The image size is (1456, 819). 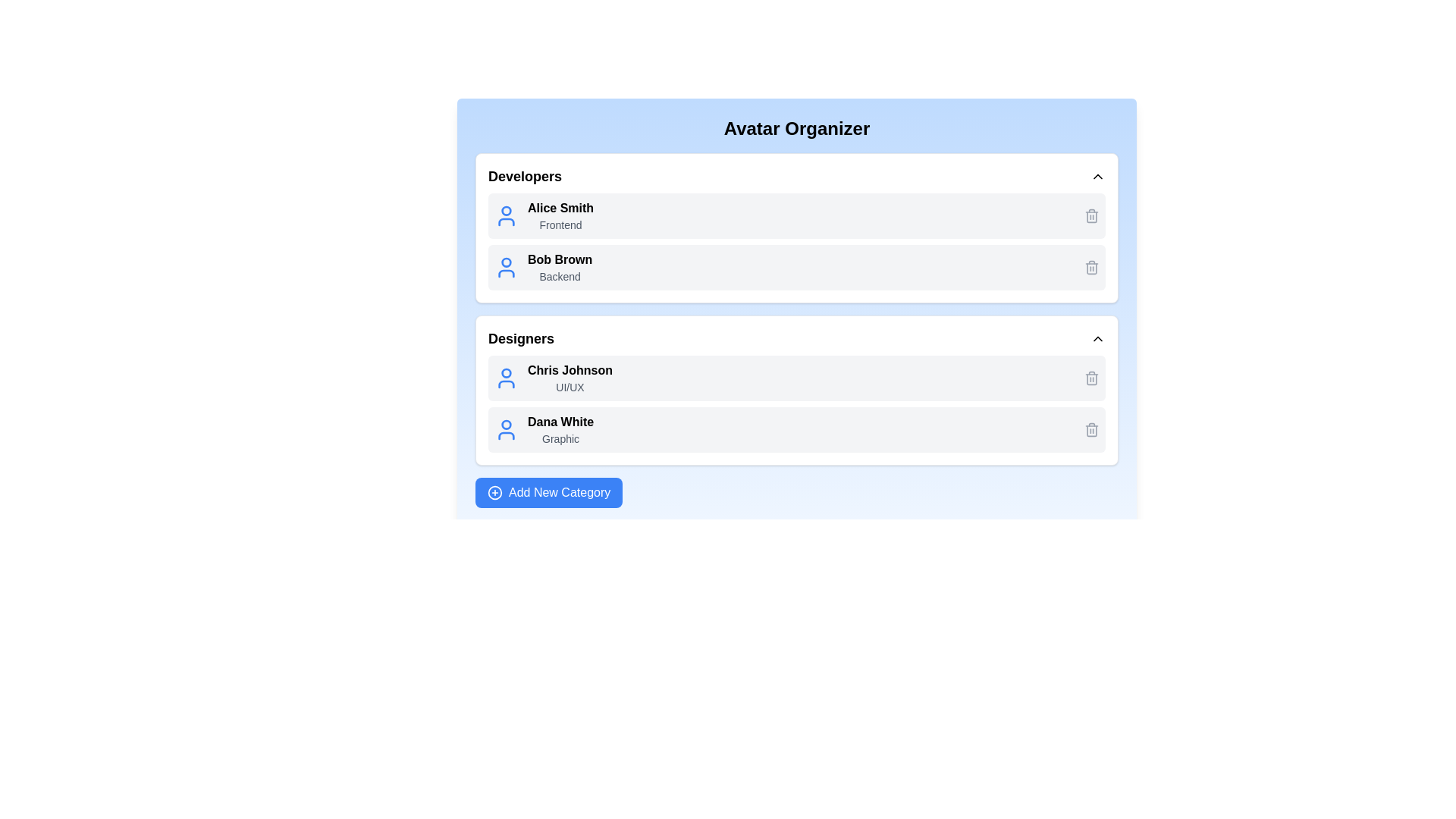 I want to click on lower portion of the avatar icon for 'Bob Brown' in the 'Developers' section using developer tools, so click(x=506, y=274).